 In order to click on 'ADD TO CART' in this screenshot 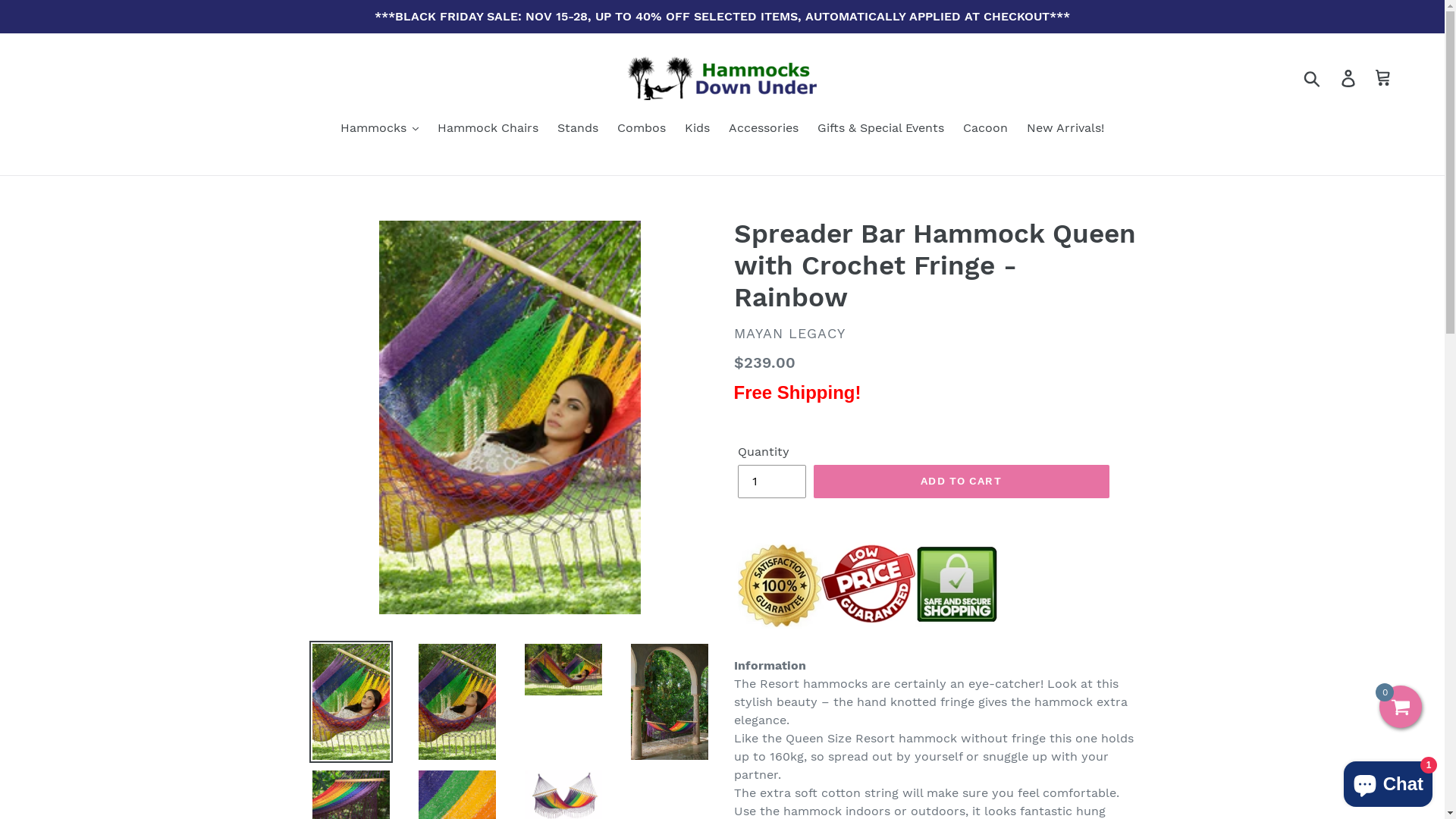, I will do `click(960, 482)`.